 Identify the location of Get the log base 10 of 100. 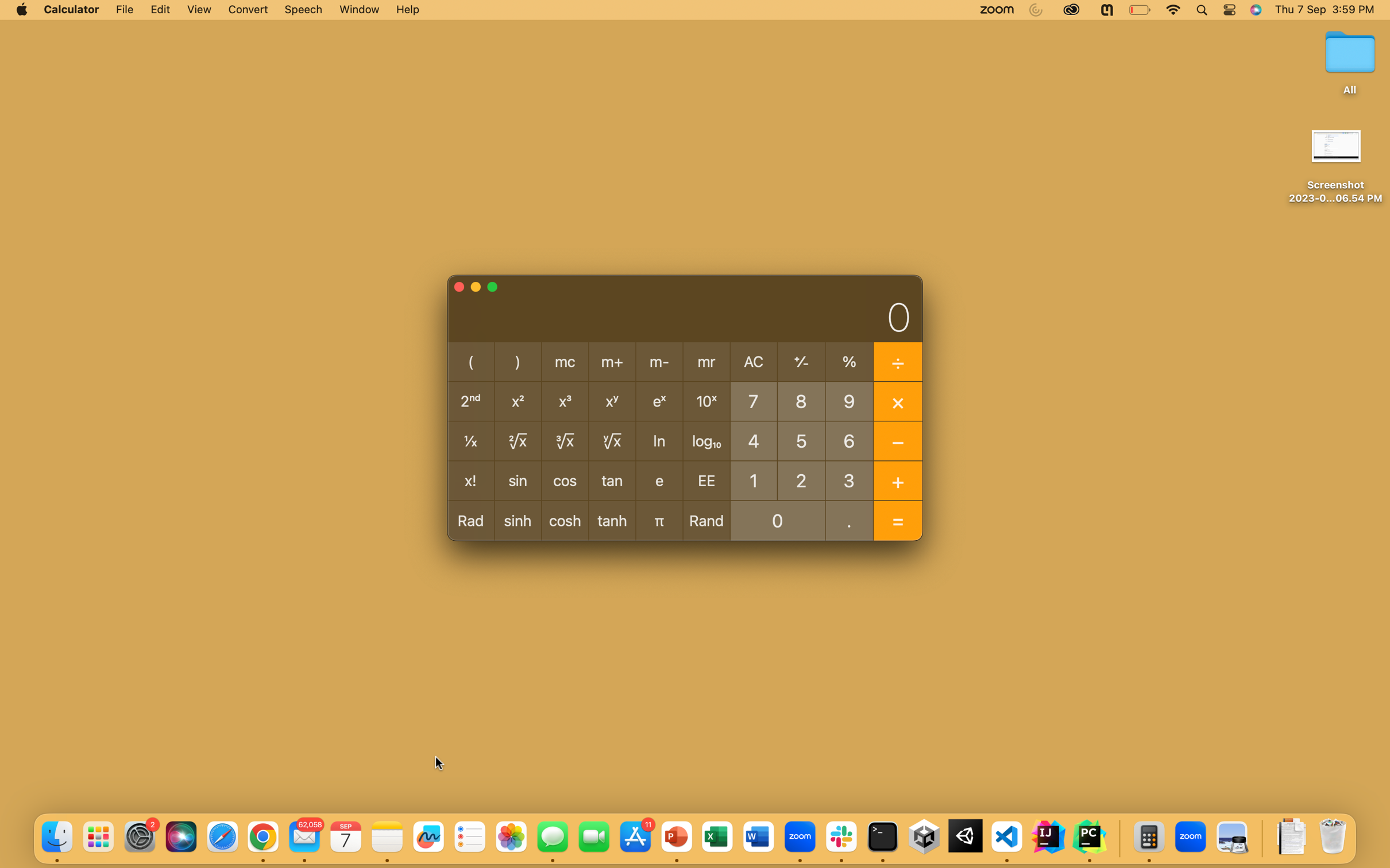
(753, 479).